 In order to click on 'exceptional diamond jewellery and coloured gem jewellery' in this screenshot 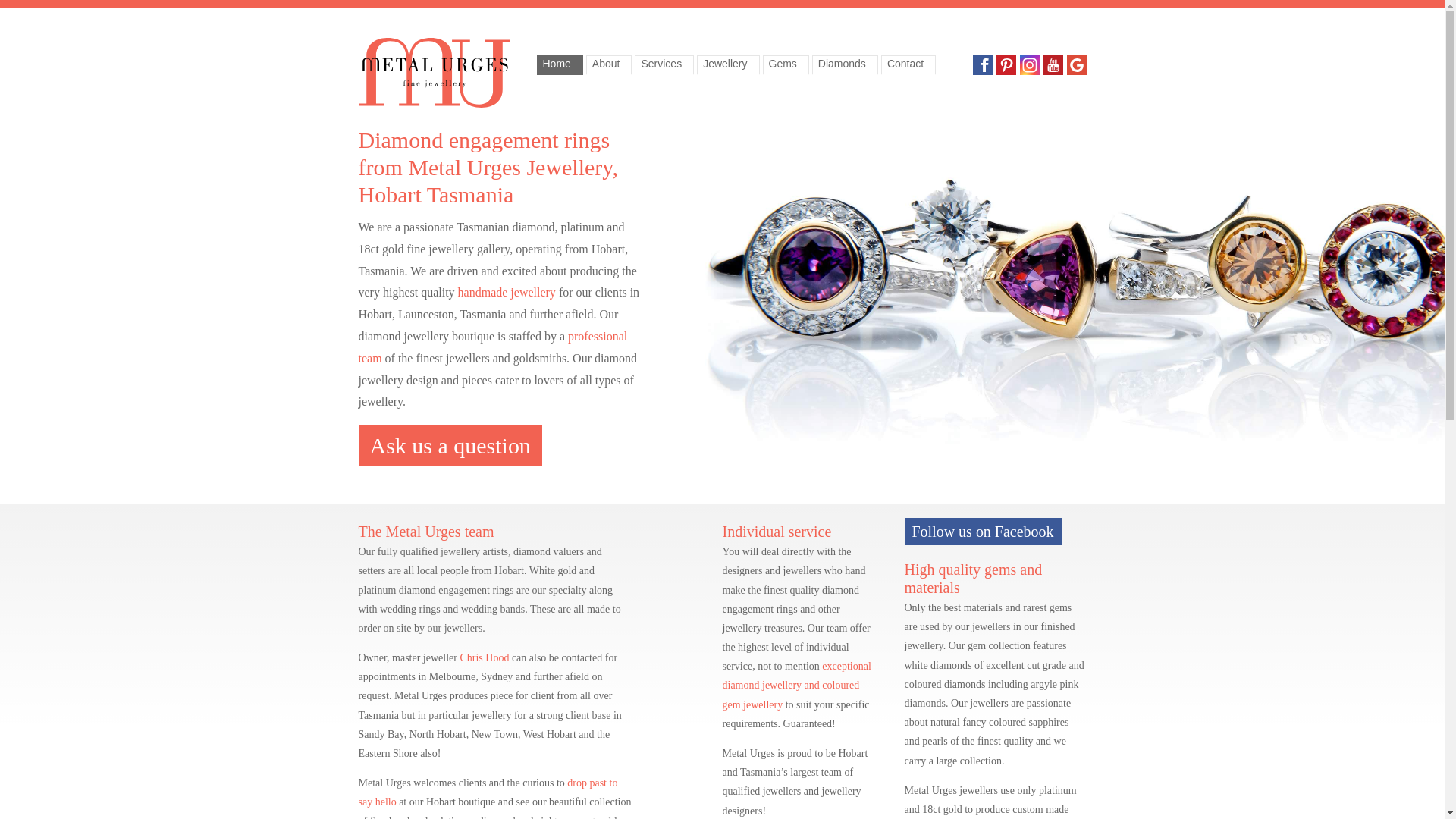, I will do `click(795, 685)`.